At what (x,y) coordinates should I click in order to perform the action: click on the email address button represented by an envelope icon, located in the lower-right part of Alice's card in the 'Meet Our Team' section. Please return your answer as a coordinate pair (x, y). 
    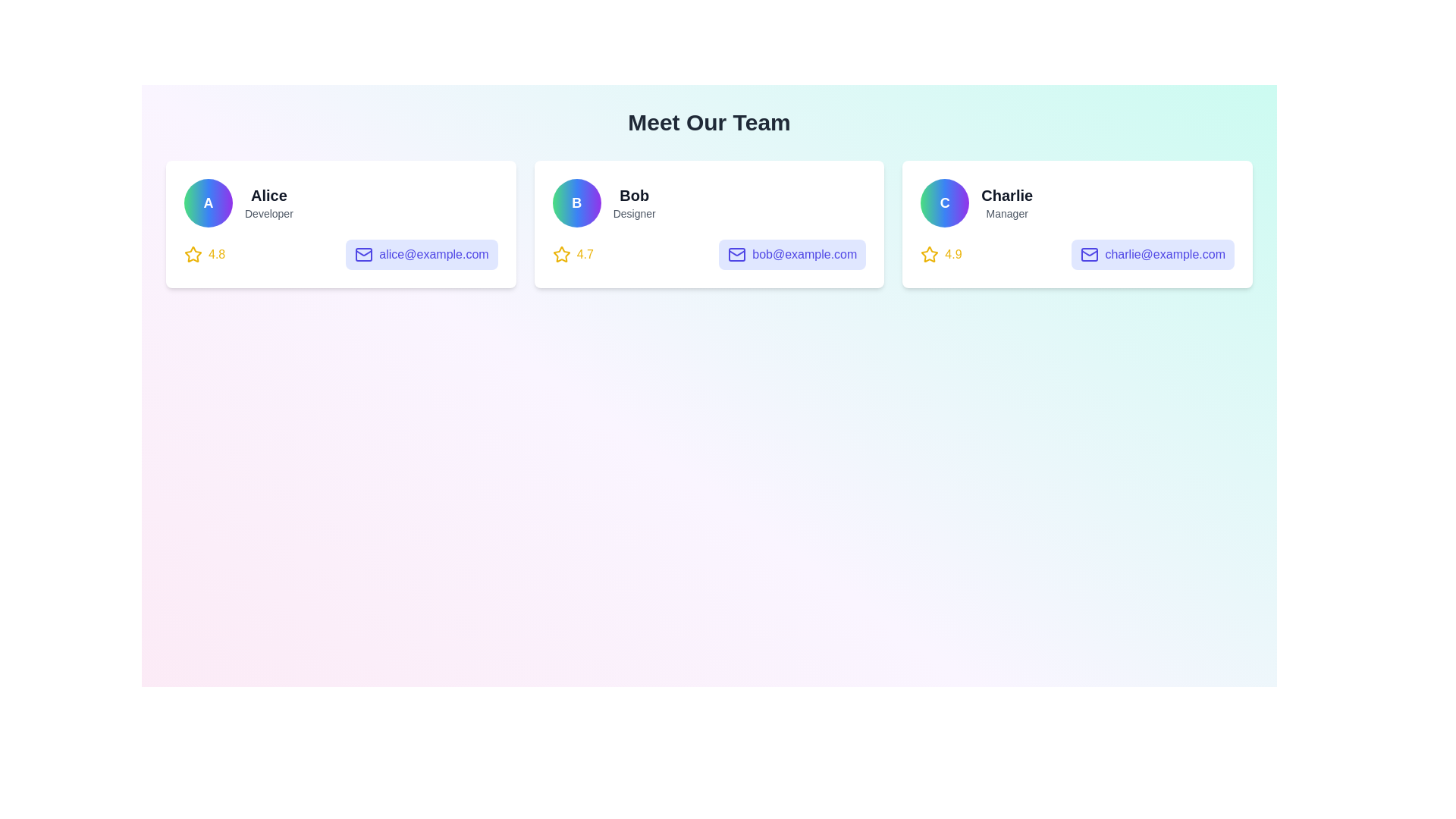
    Looking at the image, I should click on (364, 253).